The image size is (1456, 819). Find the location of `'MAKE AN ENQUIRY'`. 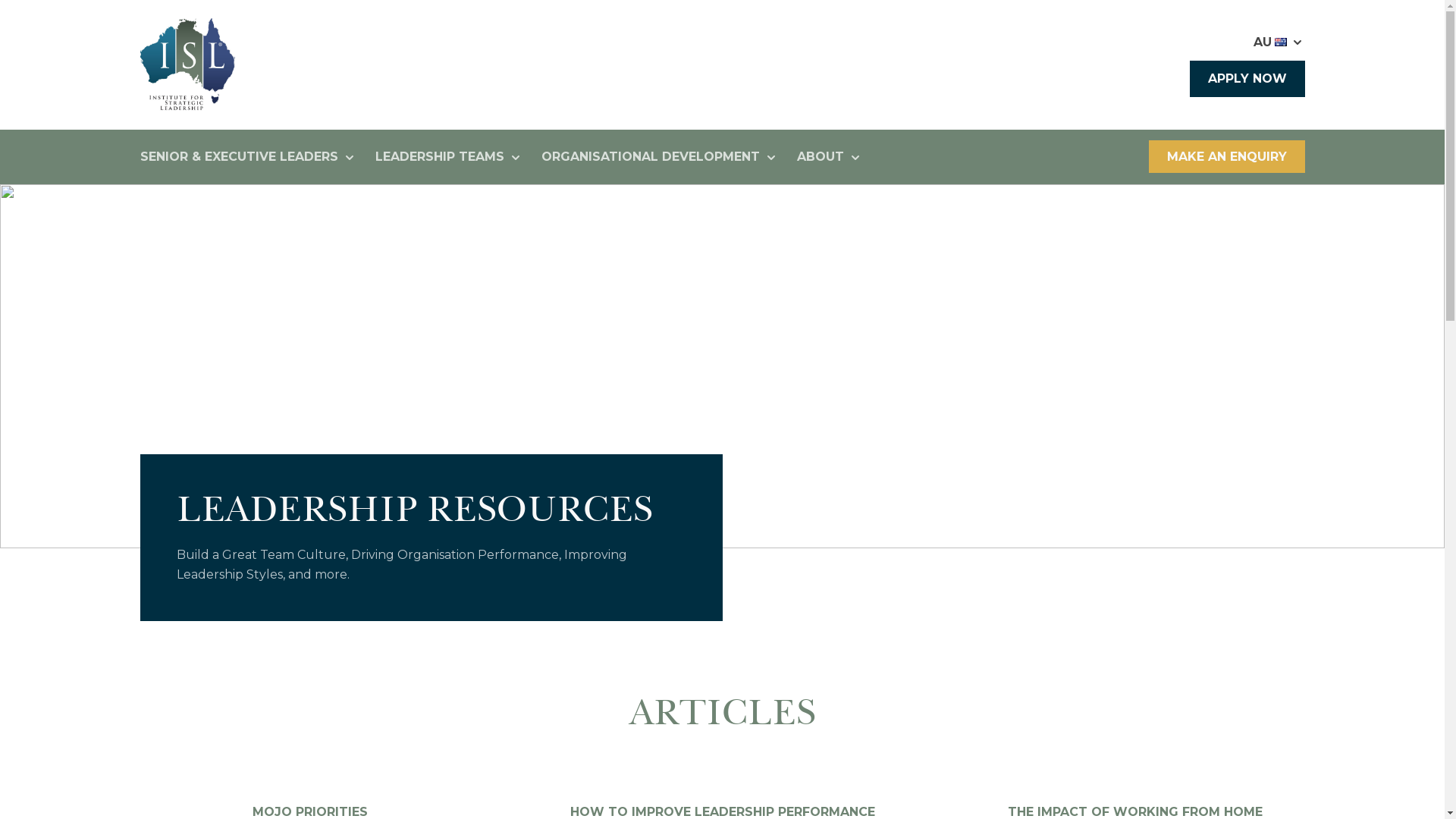

'MAKE AN ENQUIRY' is located at coordinates (1226, 156).